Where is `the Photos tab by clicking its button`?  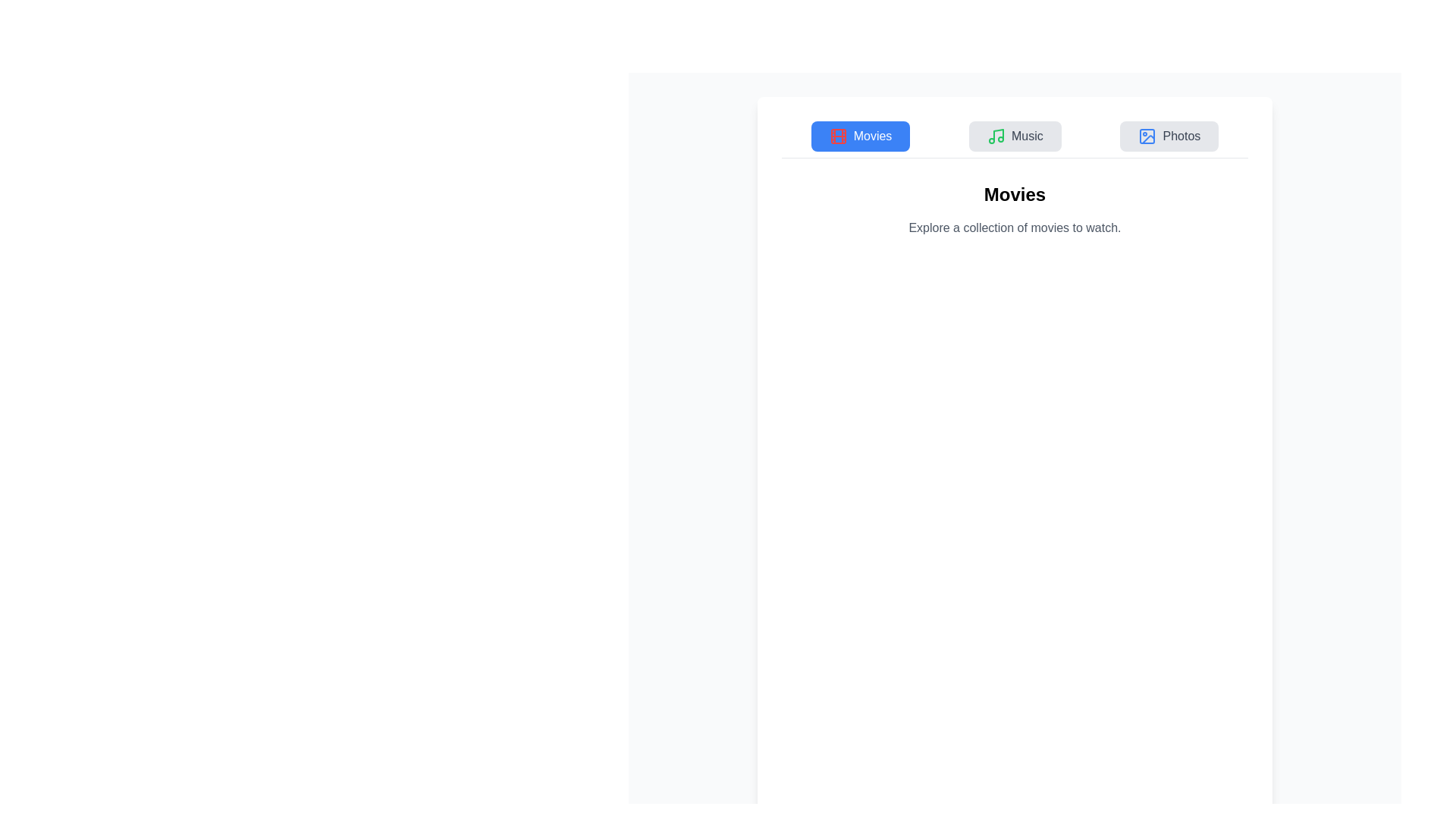 the Photos tab by clicking its button is located at coordinates (1168, 136).